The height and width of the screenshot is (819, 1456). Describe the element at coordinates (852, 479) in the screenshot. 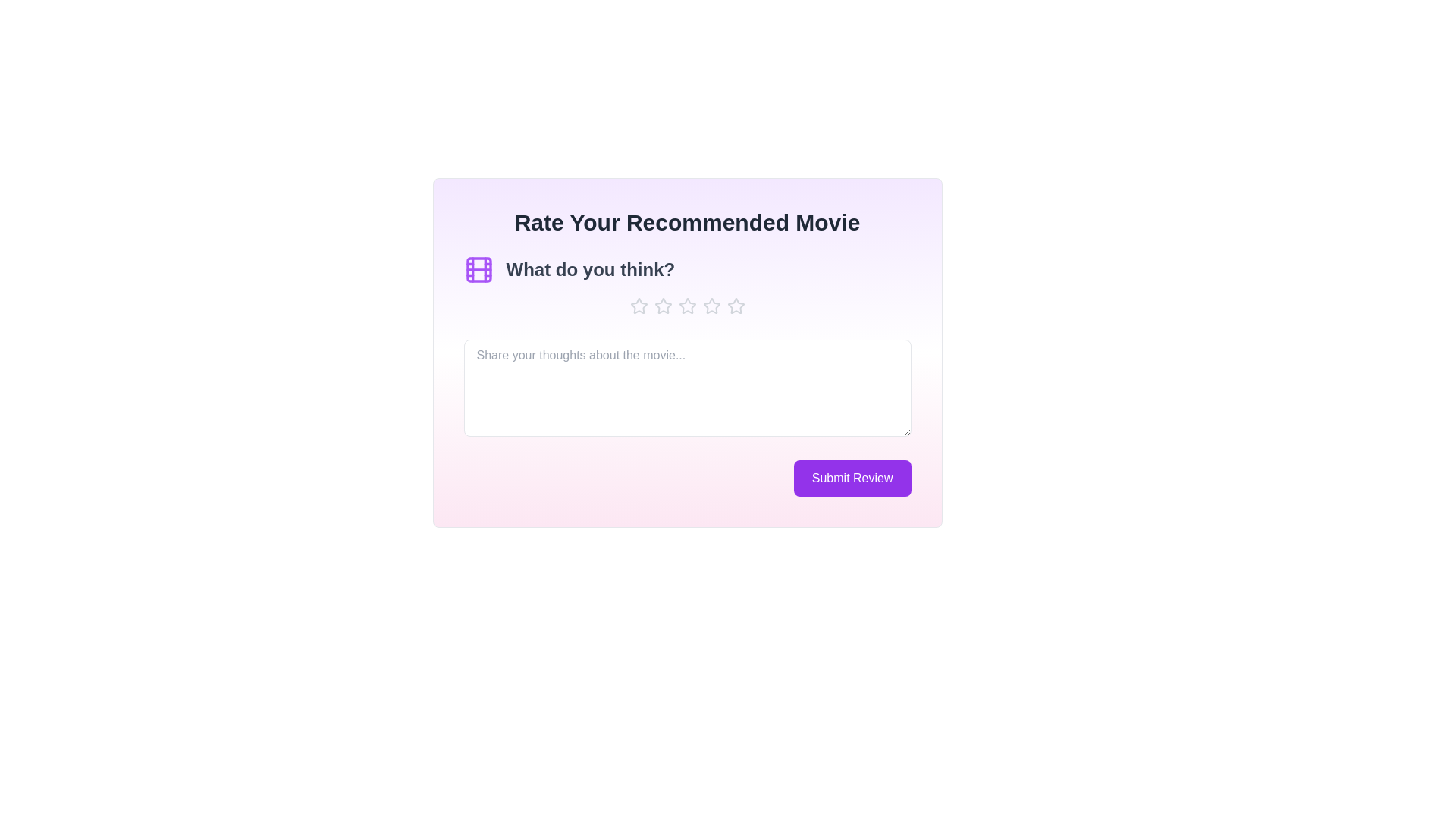

I see `the 'Submit Review' button` at that location.